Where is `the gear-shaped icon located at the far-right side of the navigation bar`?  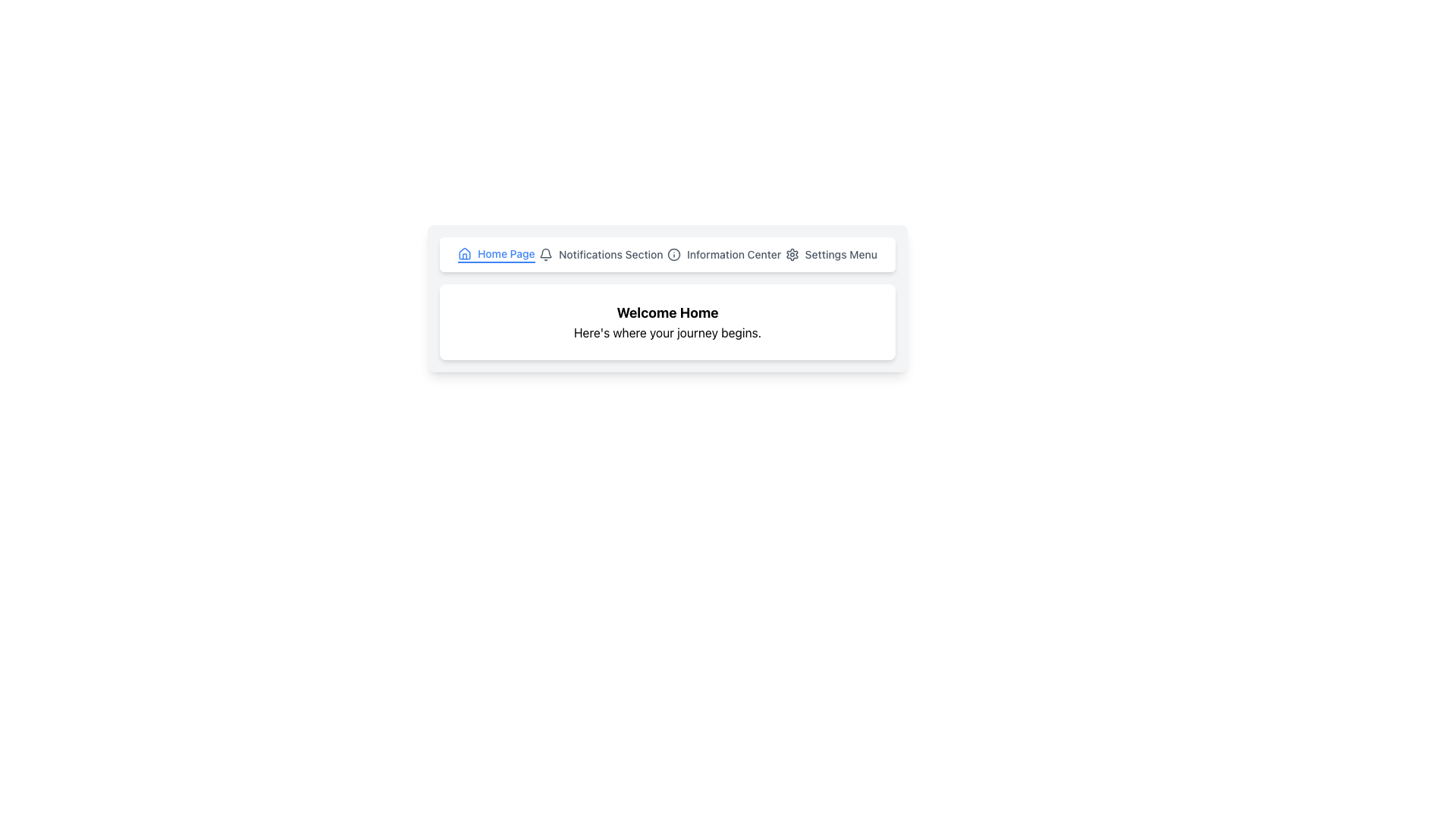 the gear-shaped icon located at the far-right side of the navigation bar is located at coordinates (791, 253).